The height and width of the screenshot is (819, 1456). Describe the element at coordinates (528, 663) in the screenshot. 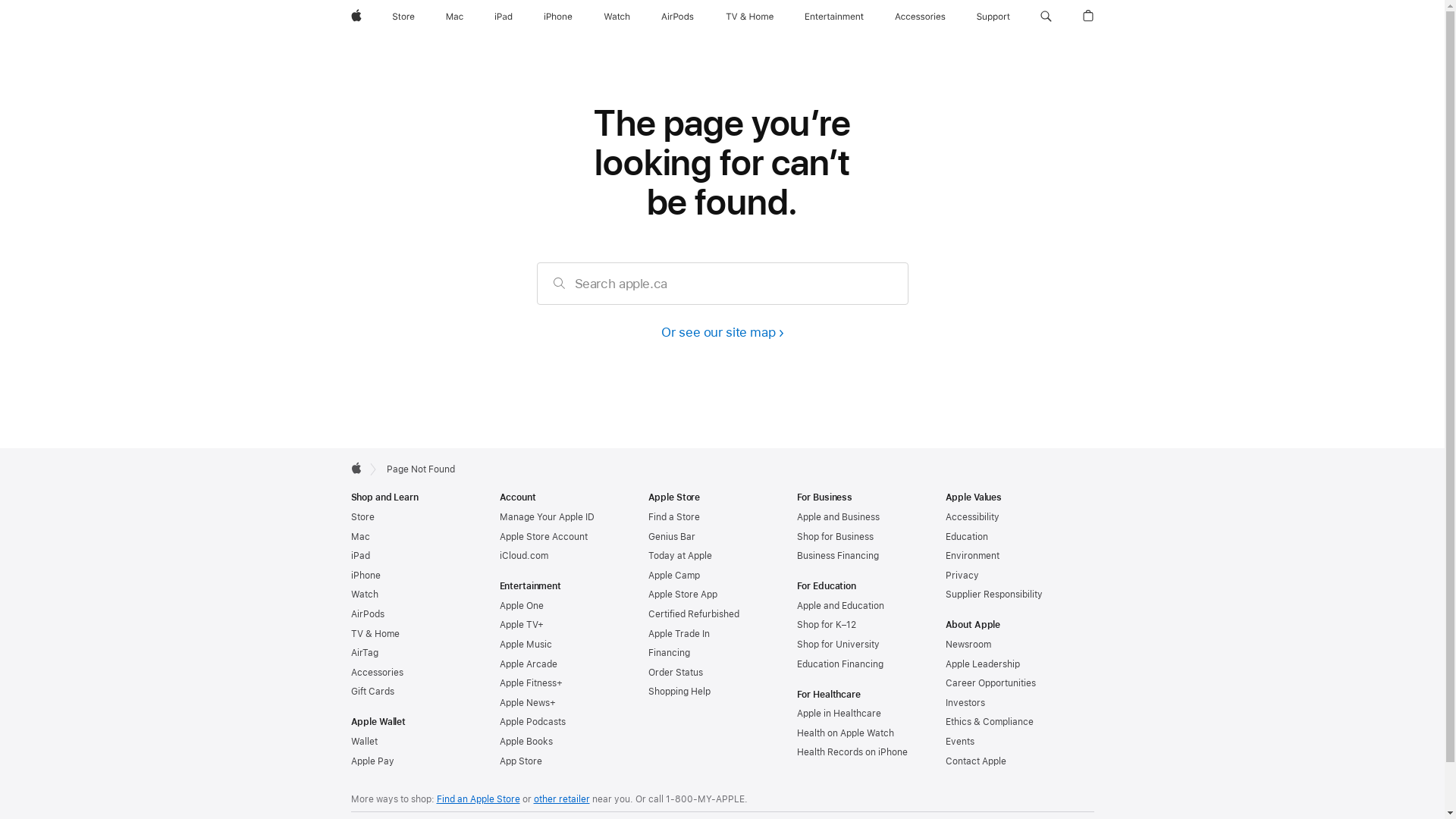

I see `'Apple Arcade'` at that location.